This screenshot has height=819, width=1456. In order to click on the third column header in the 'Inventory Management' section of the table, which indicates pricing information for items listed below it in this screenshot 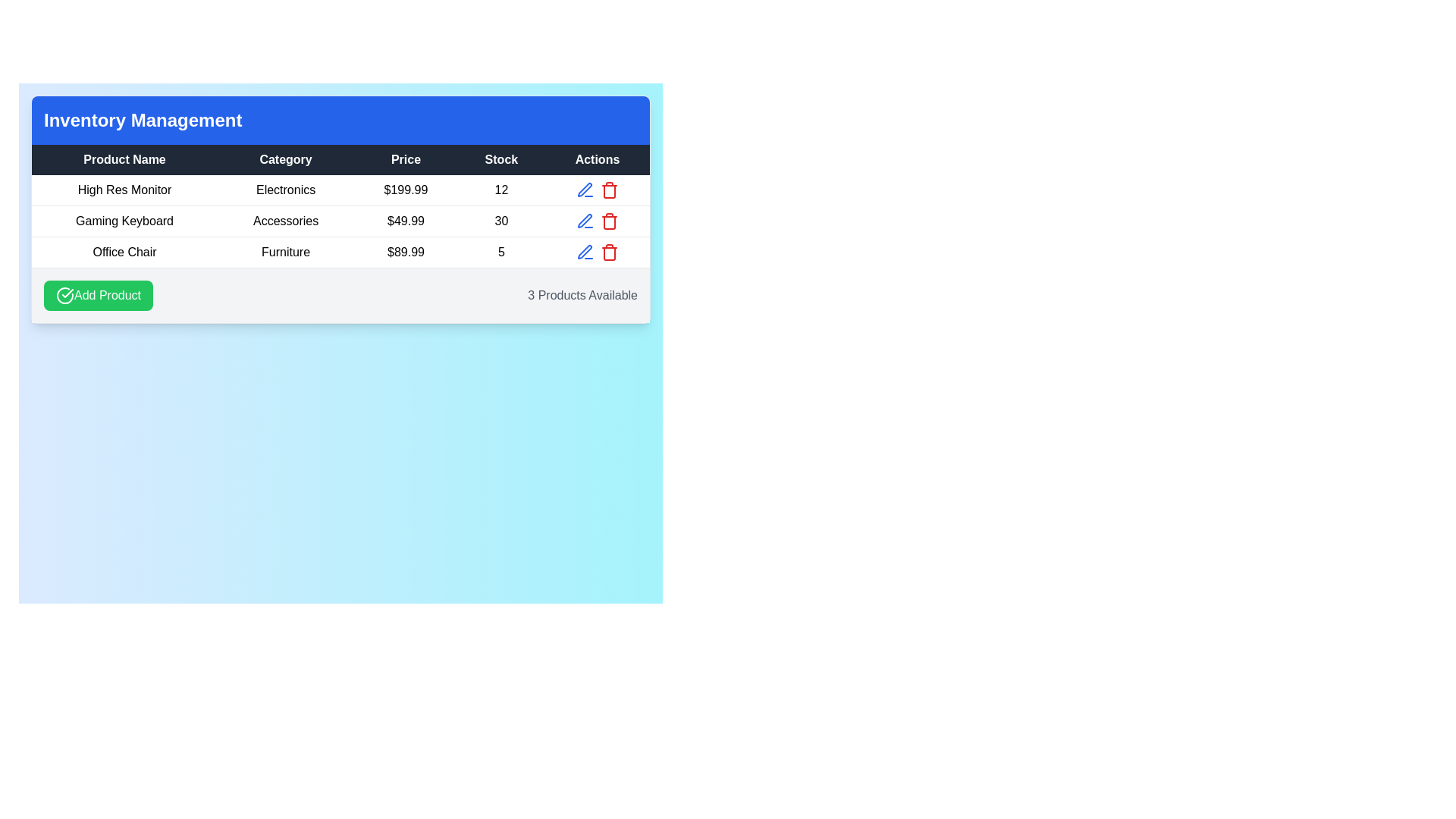, I will do `click(406, 160)`.